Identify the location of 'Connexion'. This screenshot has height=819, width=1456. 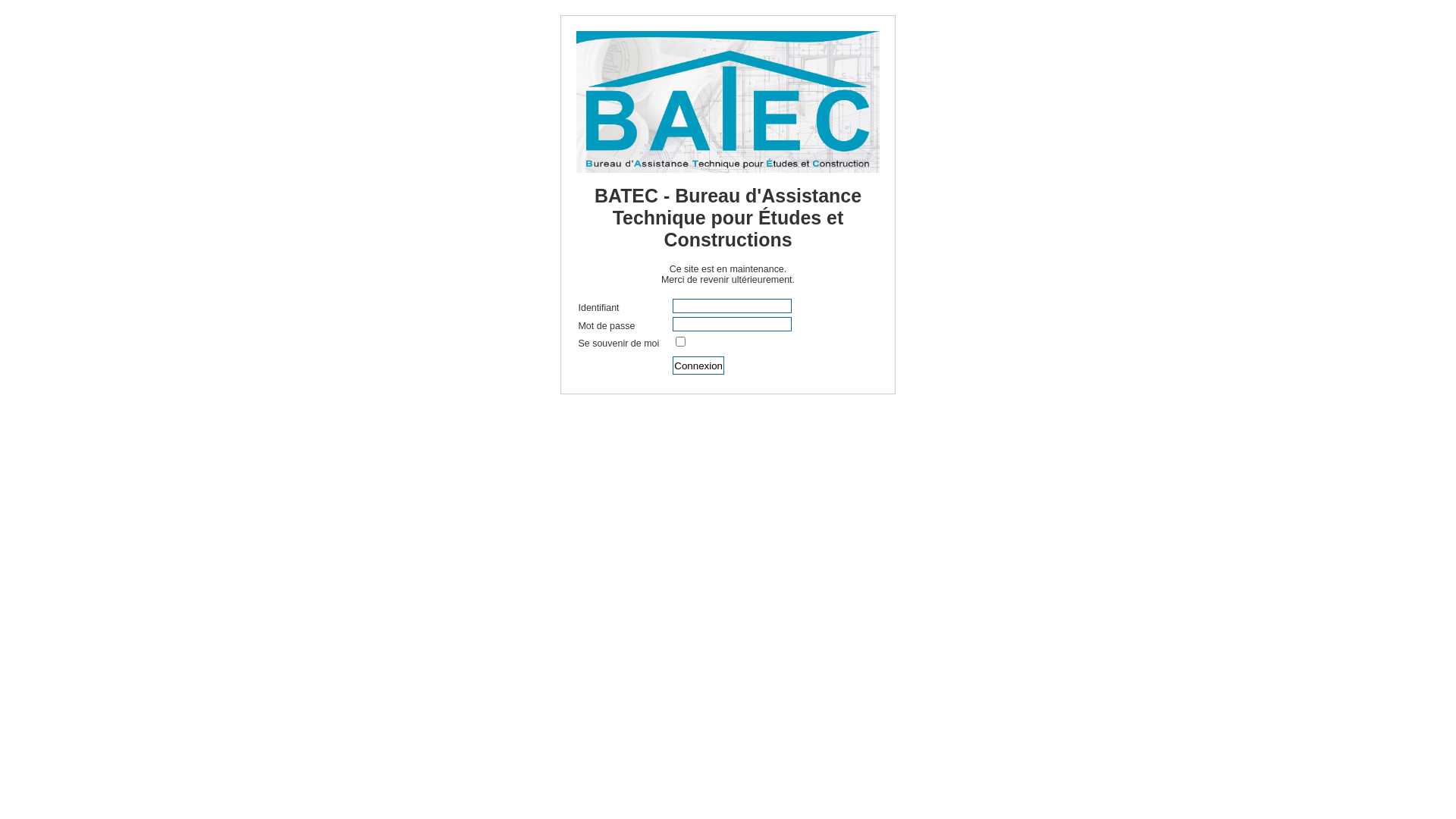
(698, 366).